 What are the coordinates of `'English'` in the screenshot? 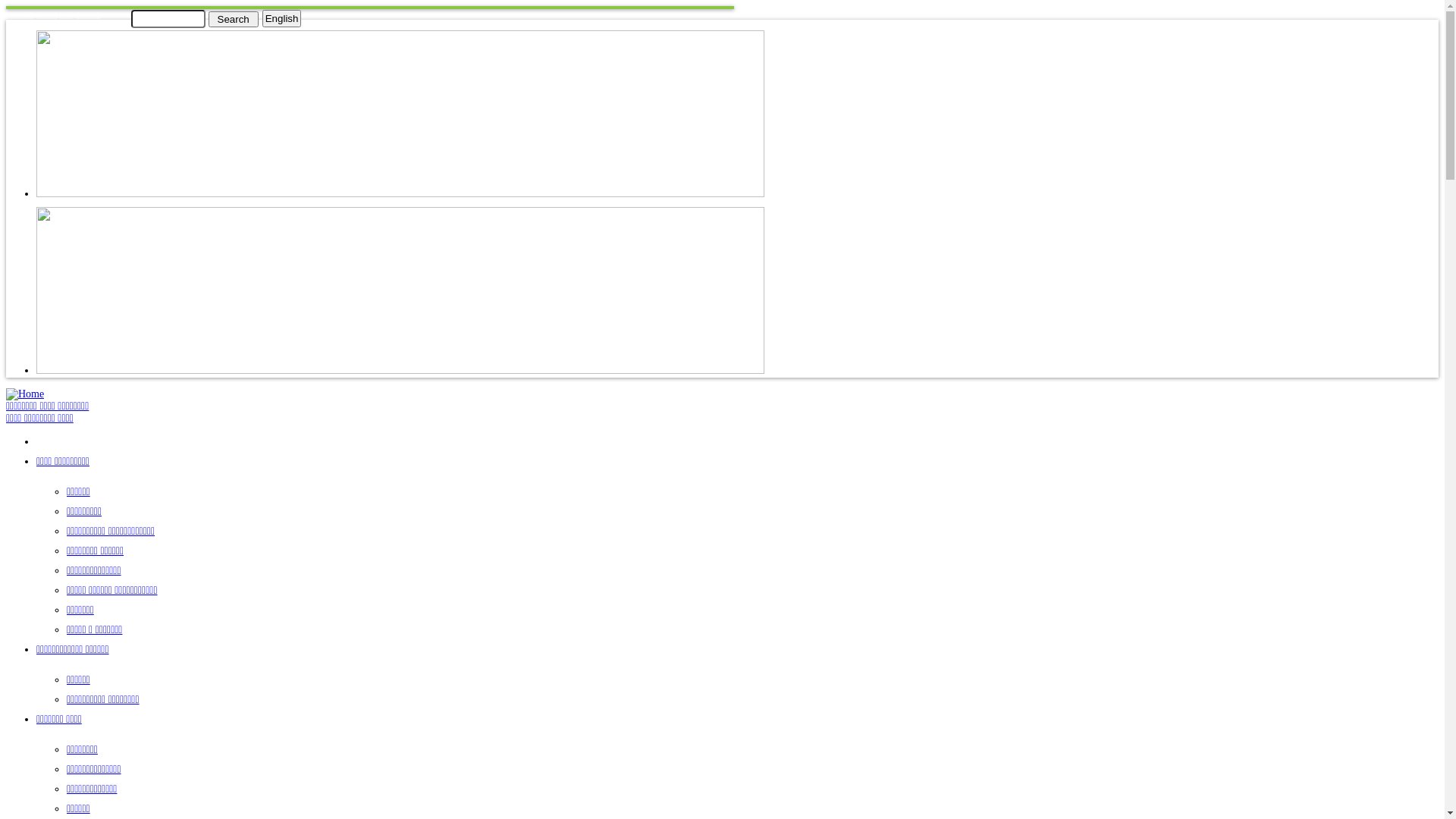 It's located at (282, 18).